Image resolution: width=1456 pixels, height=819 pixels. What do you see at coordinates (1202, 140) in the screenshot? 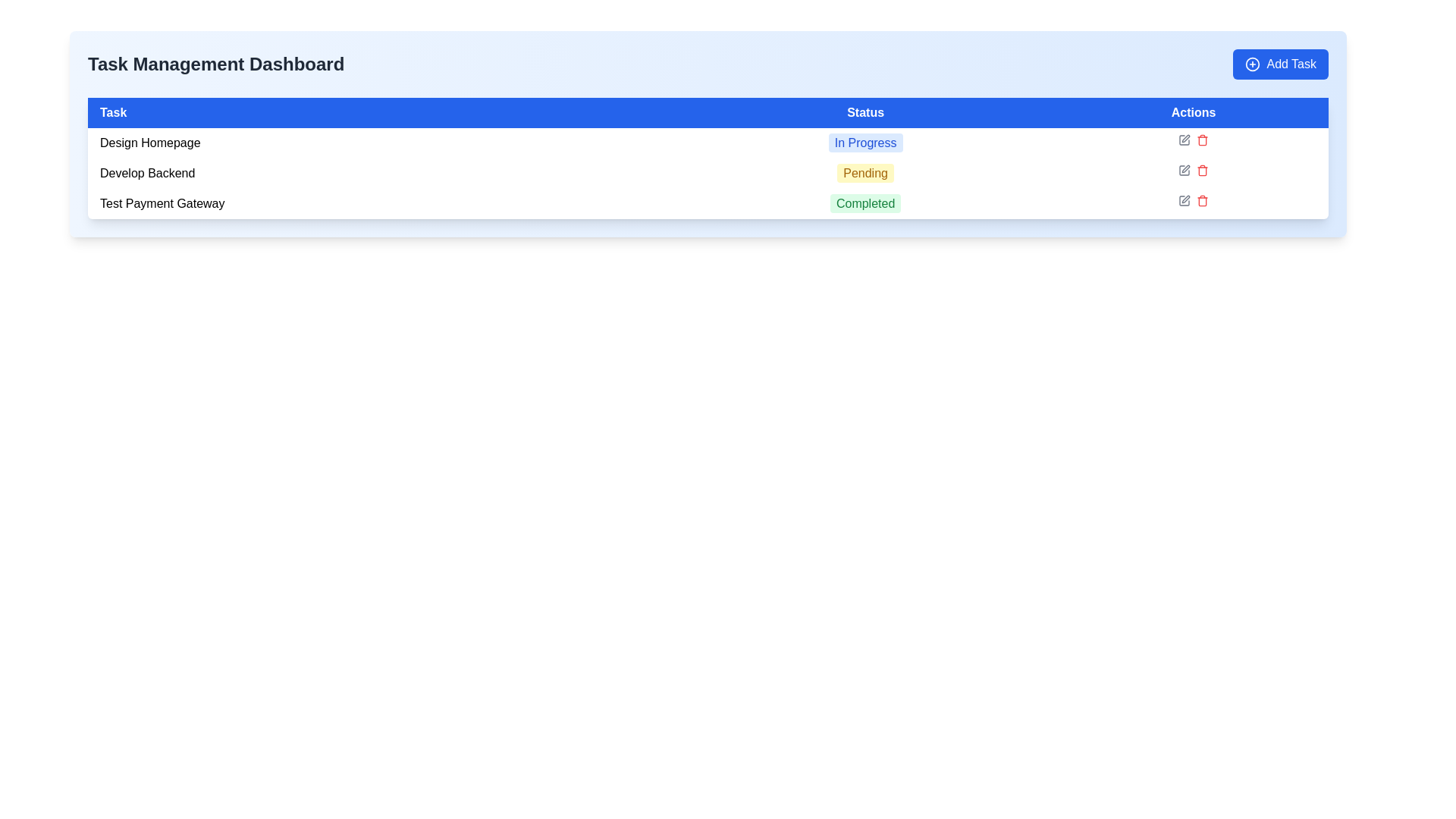
I see `the delete icon in the 'Actions' column of the task list, which is the second element in the column after the edit icon` at bounding box center [1202, 140].